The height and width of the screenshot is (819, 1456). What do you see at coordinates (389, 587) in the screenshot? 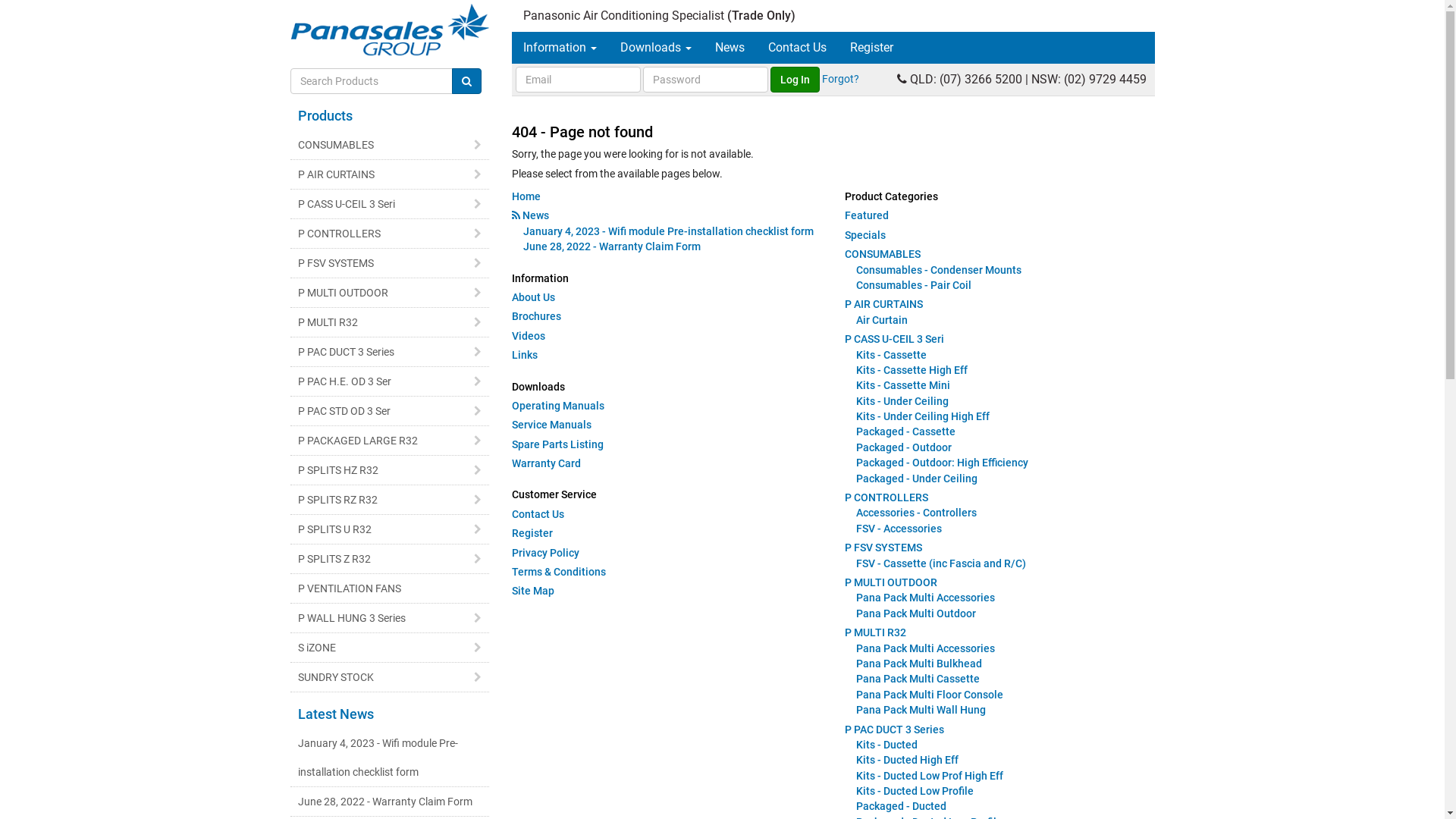
I see `'P VENTILATION FANS'` at bounding box center [389, 587].